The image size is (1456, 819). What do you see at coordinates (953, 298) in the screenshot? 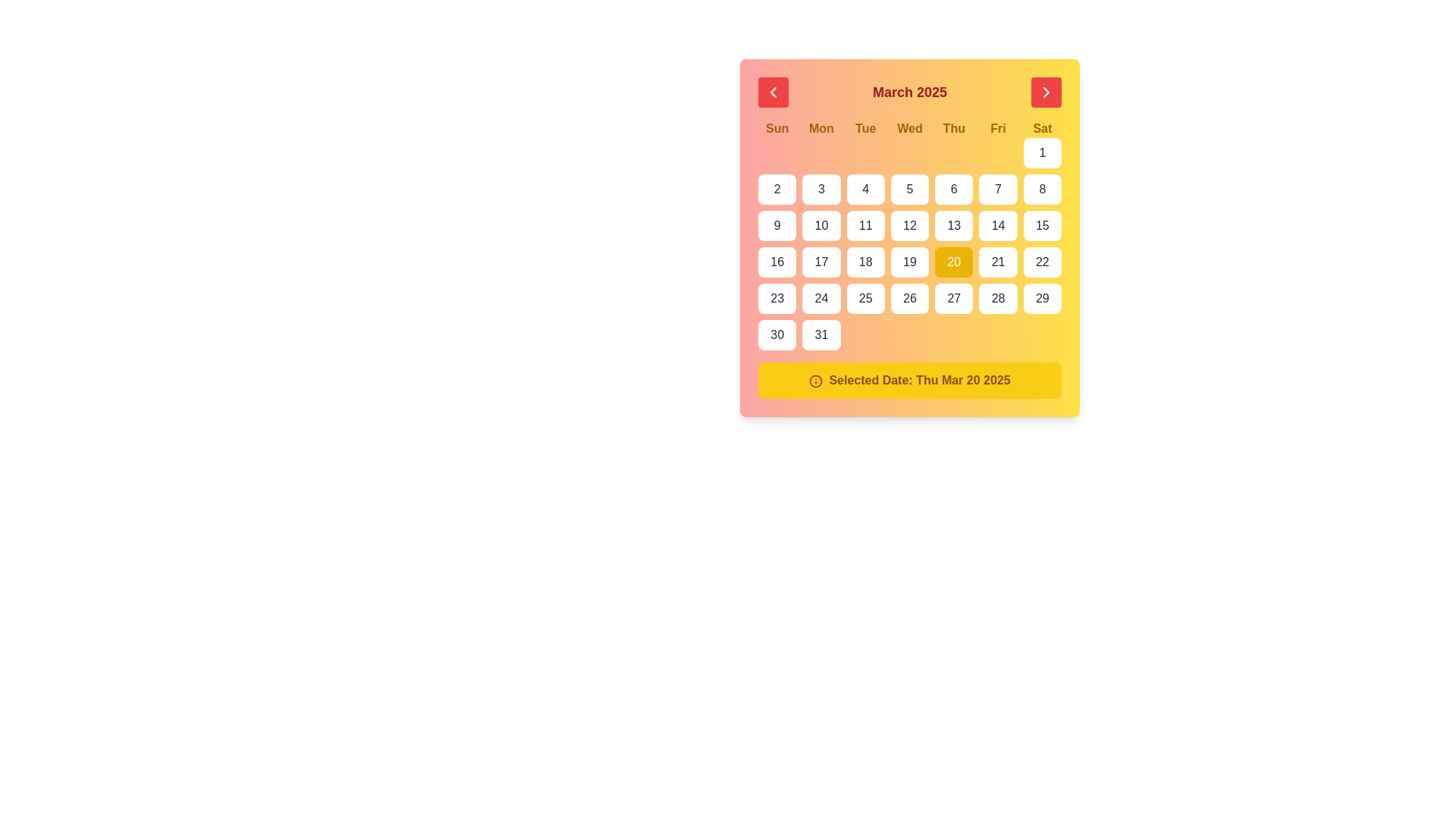
I see `the rounded rectangular button displaying '27', located in the last row and fifth column of the calendar grid, to observe the UI state change` at bounding box center [953, 298].